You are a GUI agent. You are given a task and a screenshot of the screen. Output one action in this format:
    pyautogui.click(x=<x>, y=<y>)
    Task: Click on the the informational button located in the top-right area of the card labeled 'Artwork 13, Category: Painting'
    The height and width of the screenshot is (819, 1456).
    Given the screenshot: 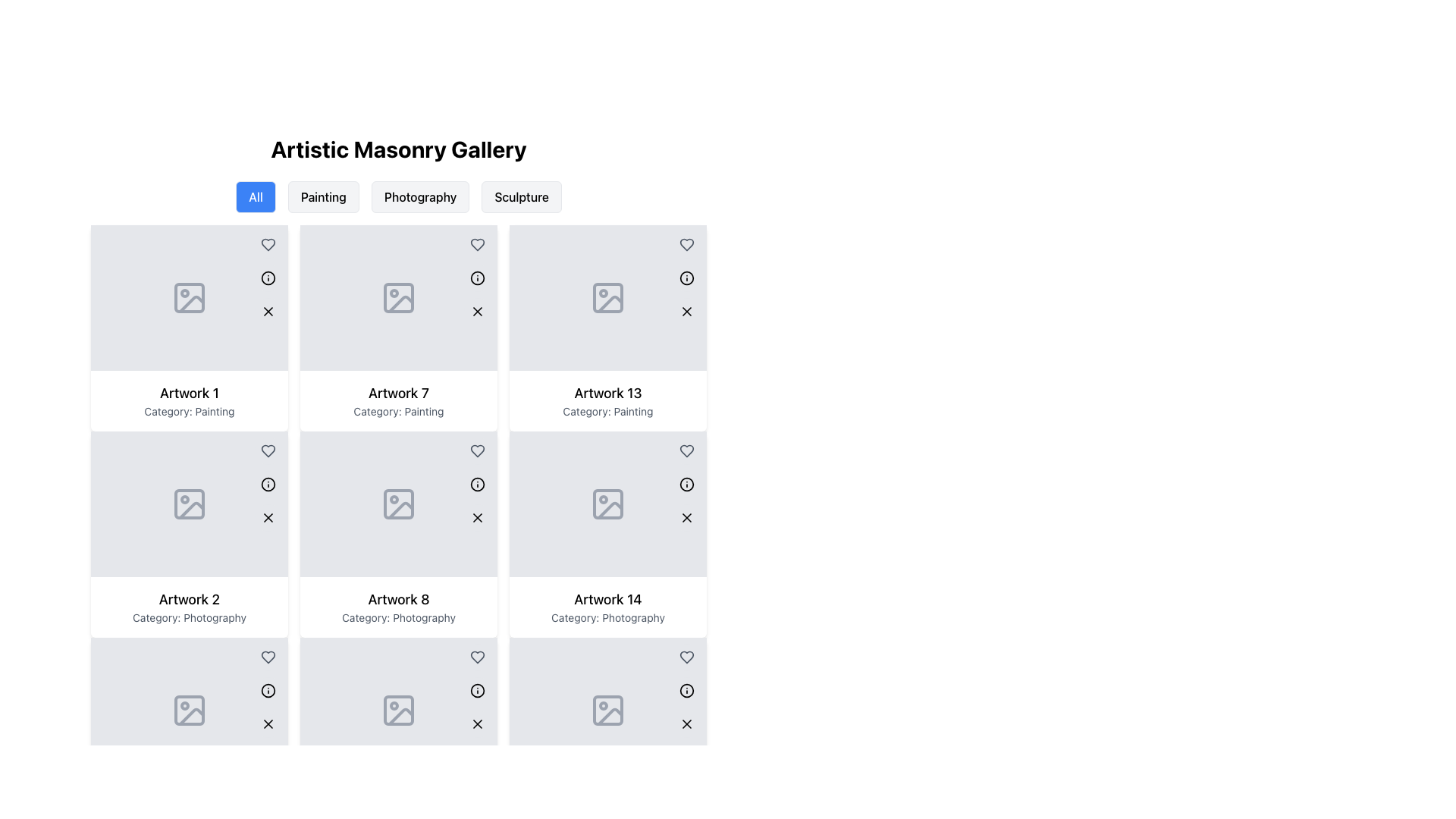 What is the action you would take?
    pyautogui.click(x=686, y=485)
    